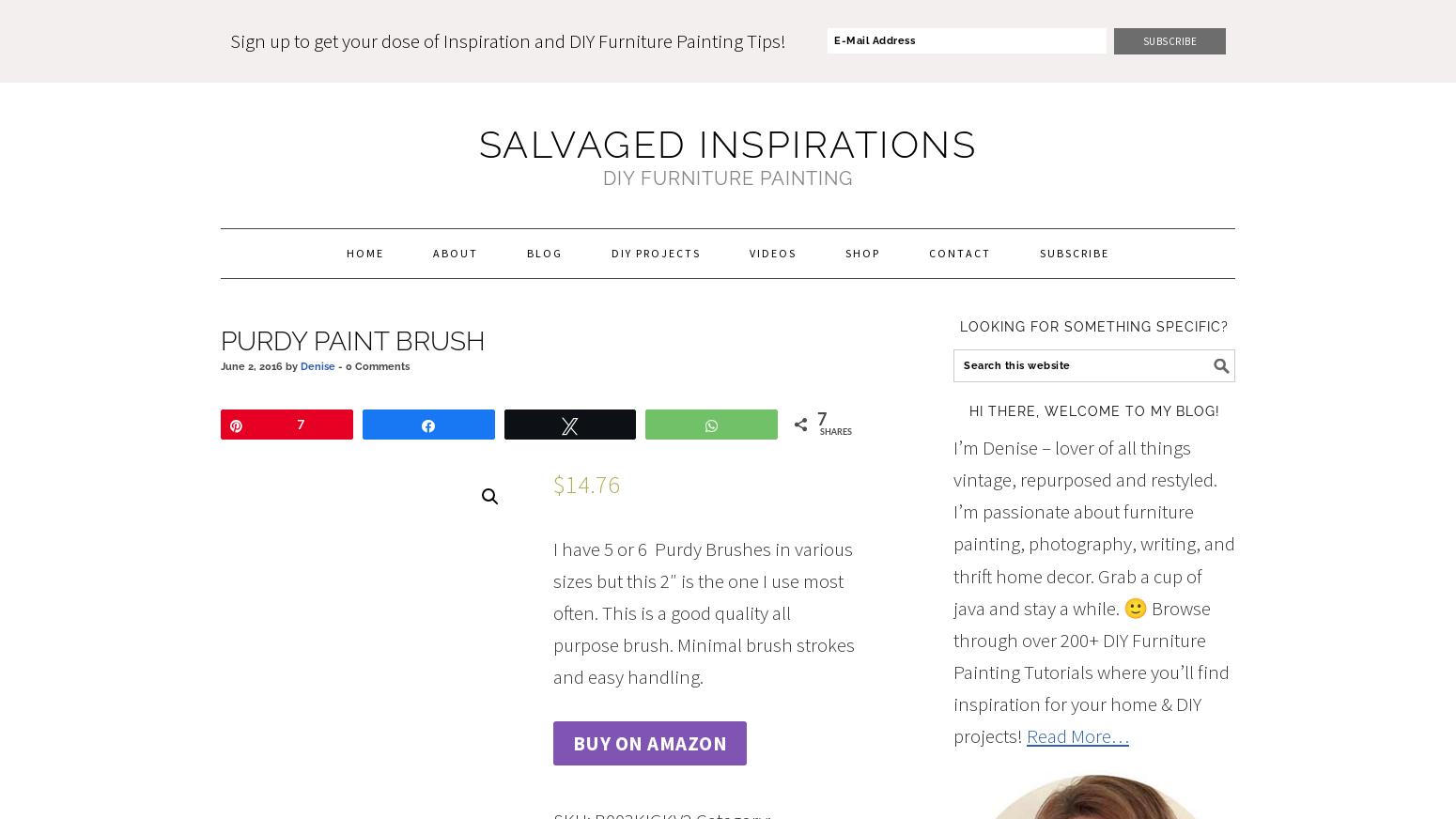  I want to click on 'DIY Projects', so click(656, 251).